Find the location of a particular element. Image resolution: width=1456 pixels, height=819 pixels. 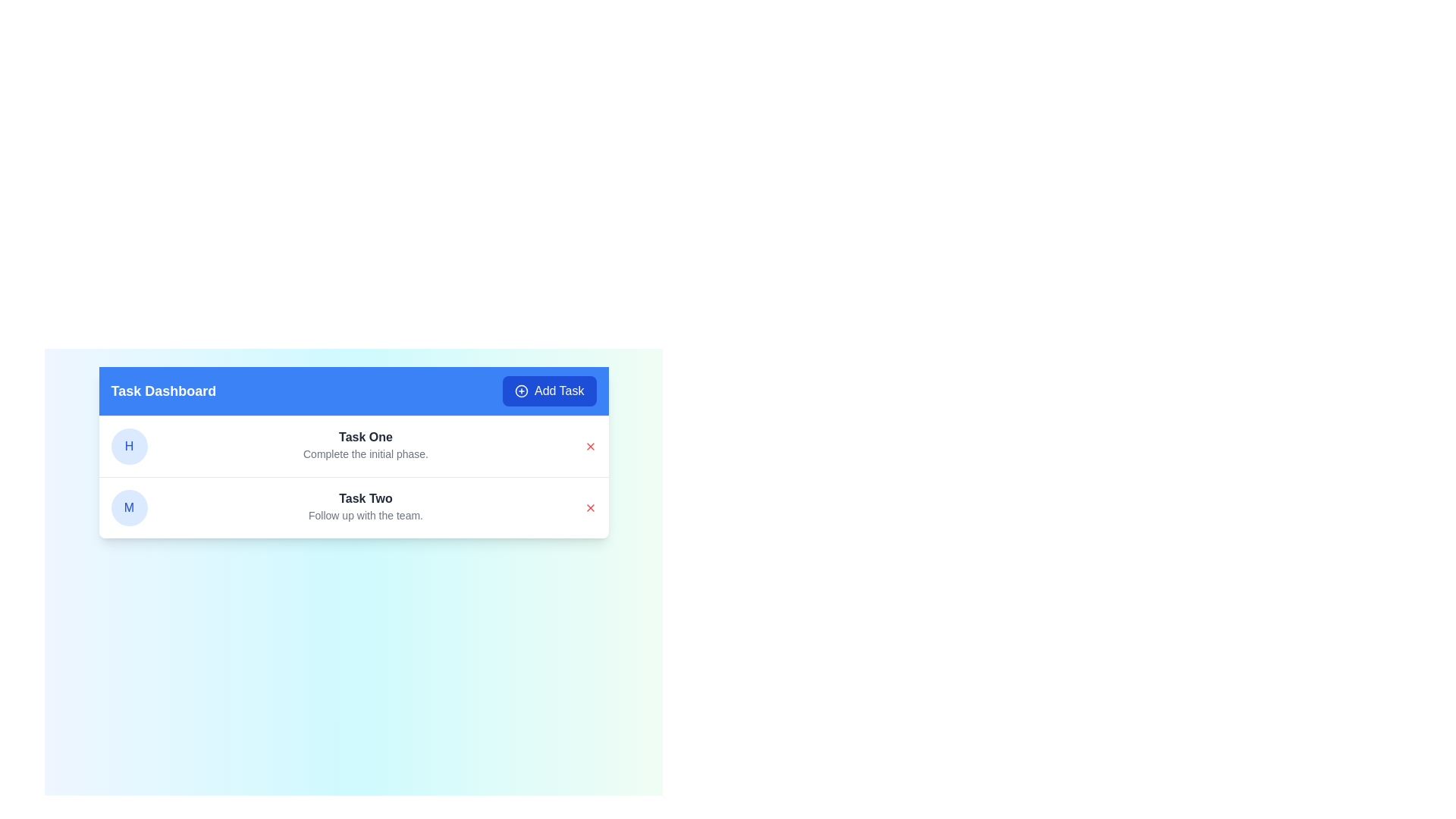

the delete button (icon styled) located in the rightmost position of the 'Task Two' row is located at coordinates (589, 508).